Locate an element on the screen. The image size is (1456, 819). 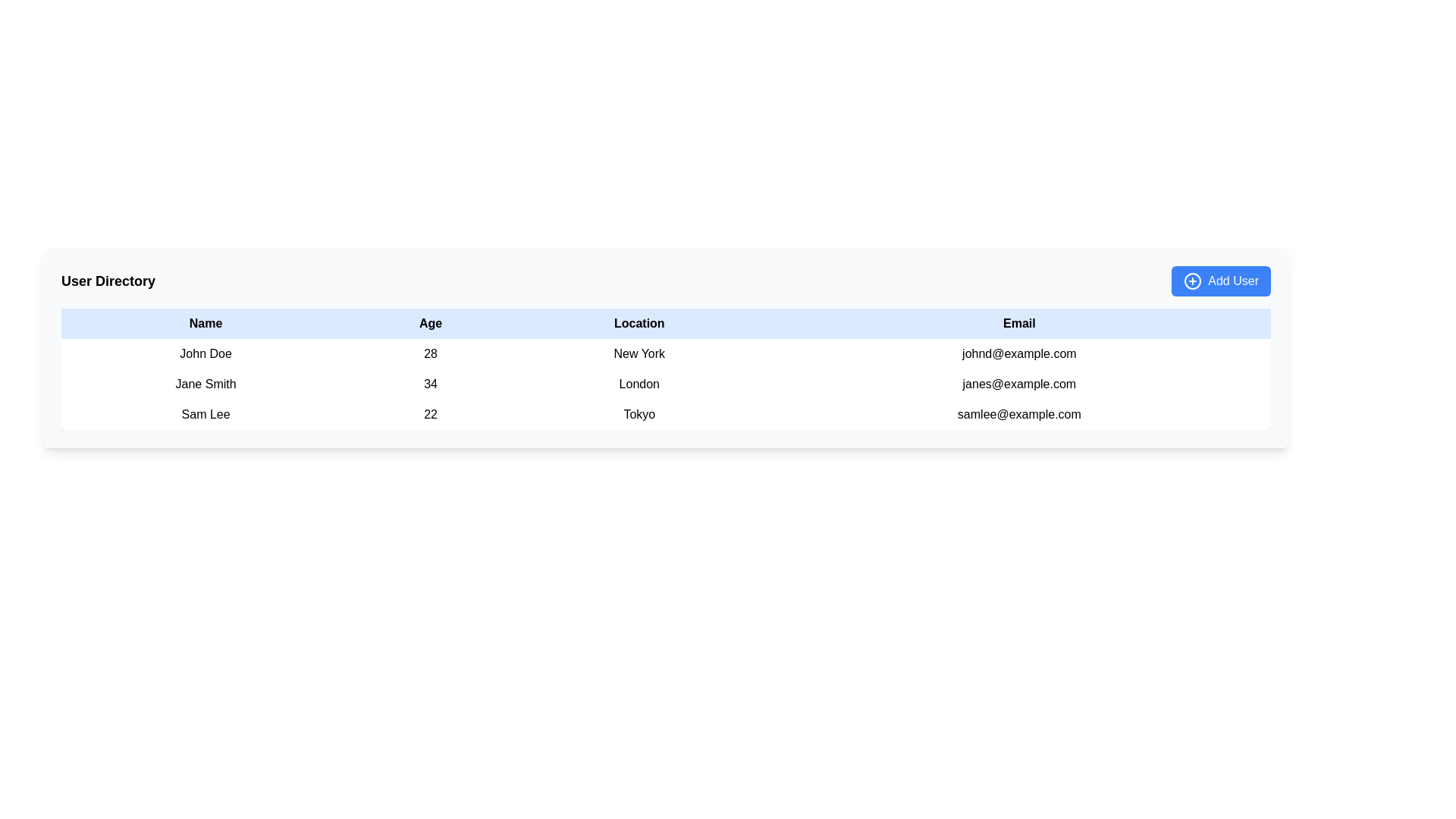
the table cell displaying the age of the individual listed in the first row under the 'Age' header, adjacent to the cell containing 'John Doe' is located at coordinates (429, 353).